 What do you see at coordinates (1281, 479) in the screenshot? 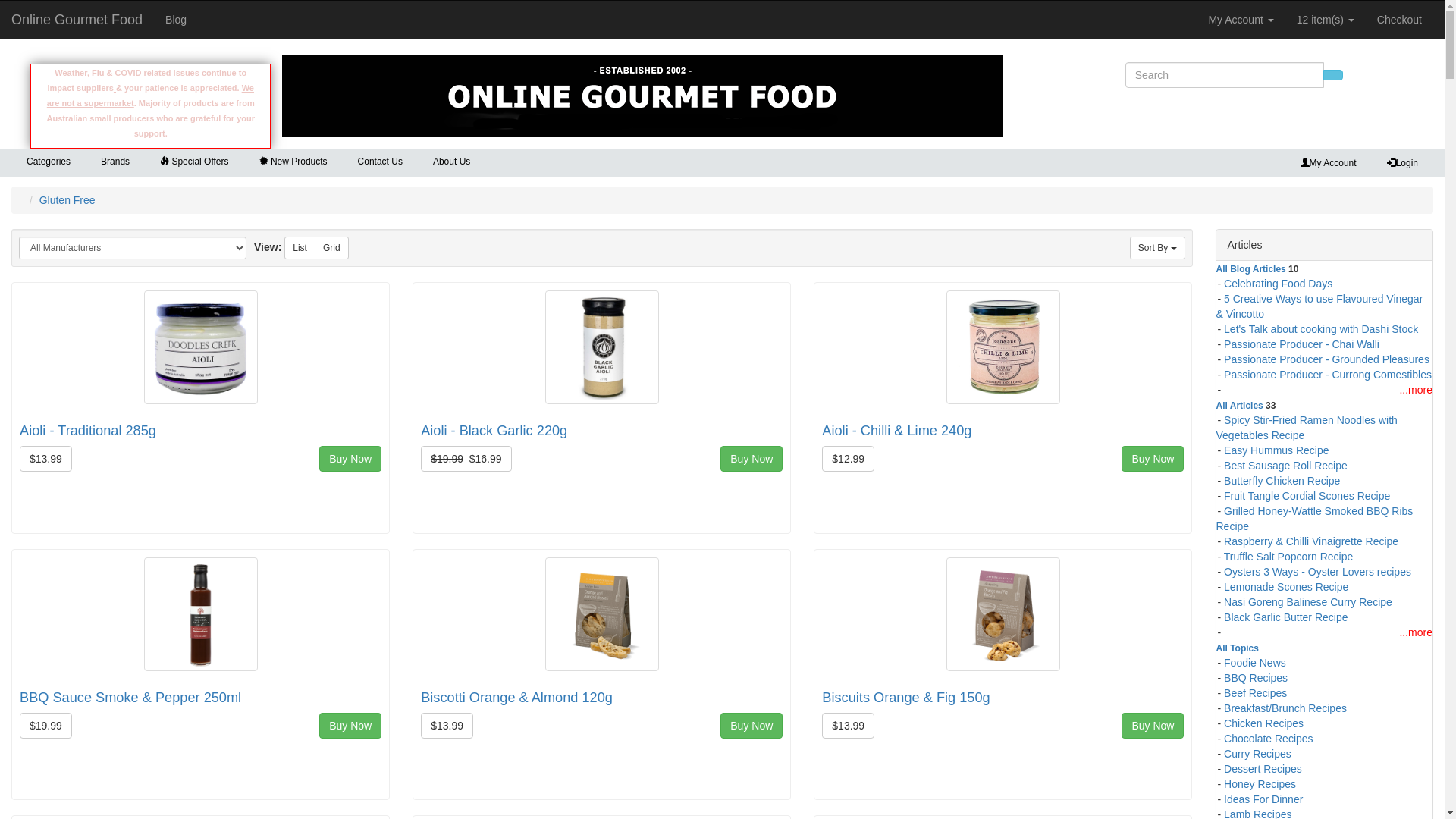
I see `'Butterfly Chicken Recipe'` at bounding box center [1281, 479].